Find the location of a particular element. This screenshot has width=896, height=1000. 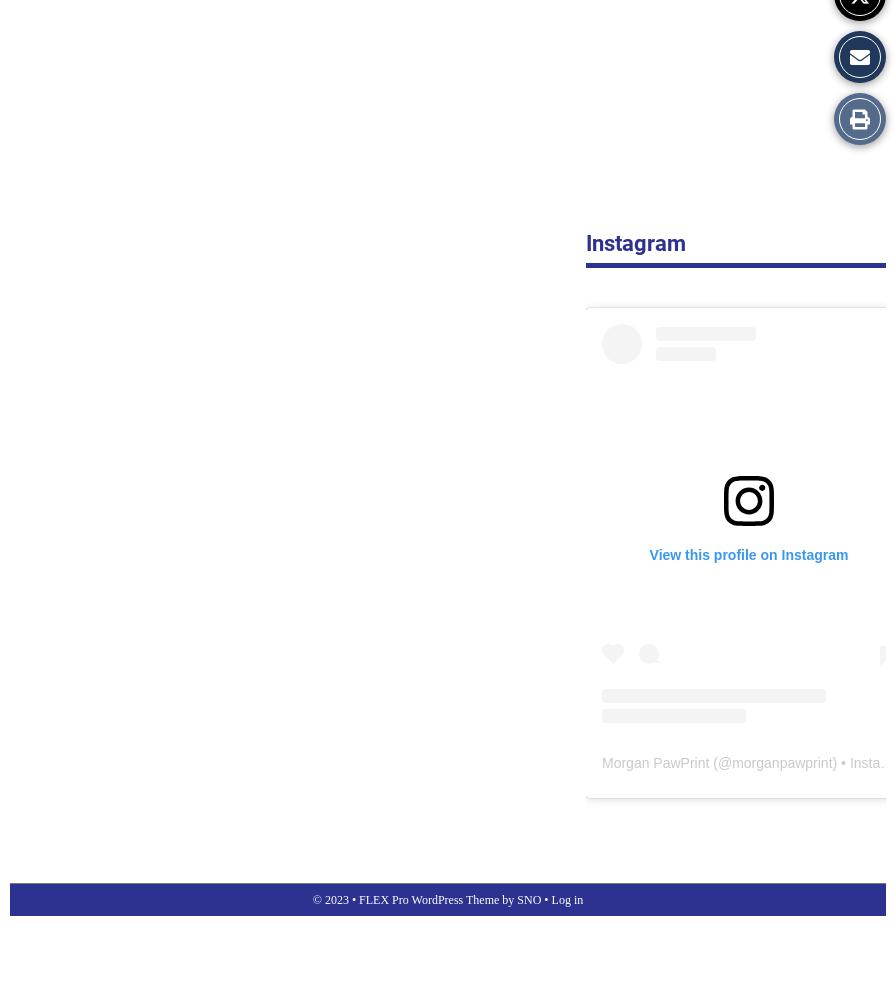

'© 2023  •' is located at coordinates (335, 899).